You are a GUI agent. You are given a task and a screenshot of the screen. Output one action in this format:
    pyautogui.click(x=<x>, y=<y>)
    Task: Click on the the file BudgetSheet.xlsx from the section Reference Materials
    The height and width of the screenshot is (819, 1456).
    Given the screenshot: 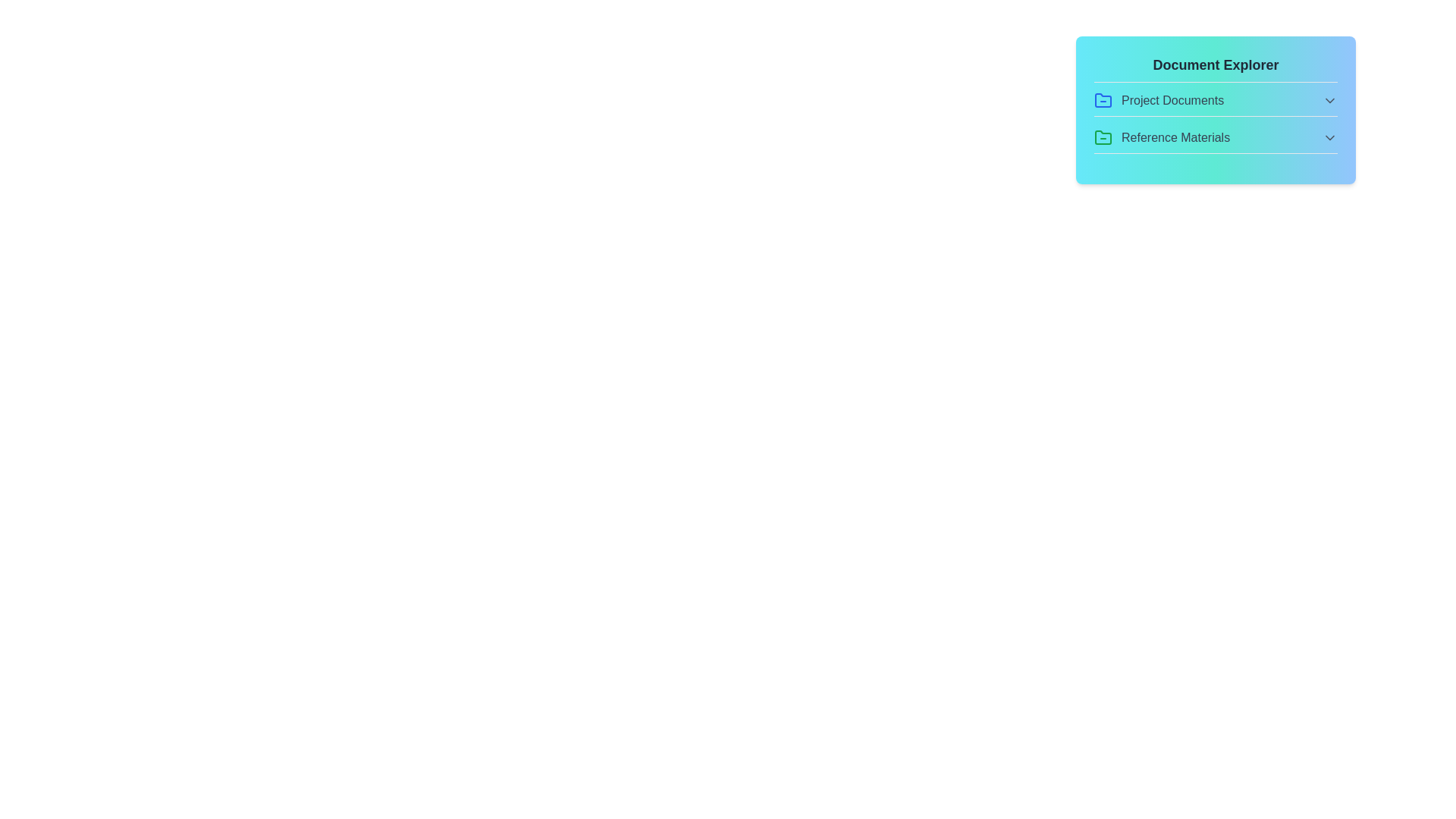 What is the action you would take?
    pyautogui.click(x=1216, y=141)
    